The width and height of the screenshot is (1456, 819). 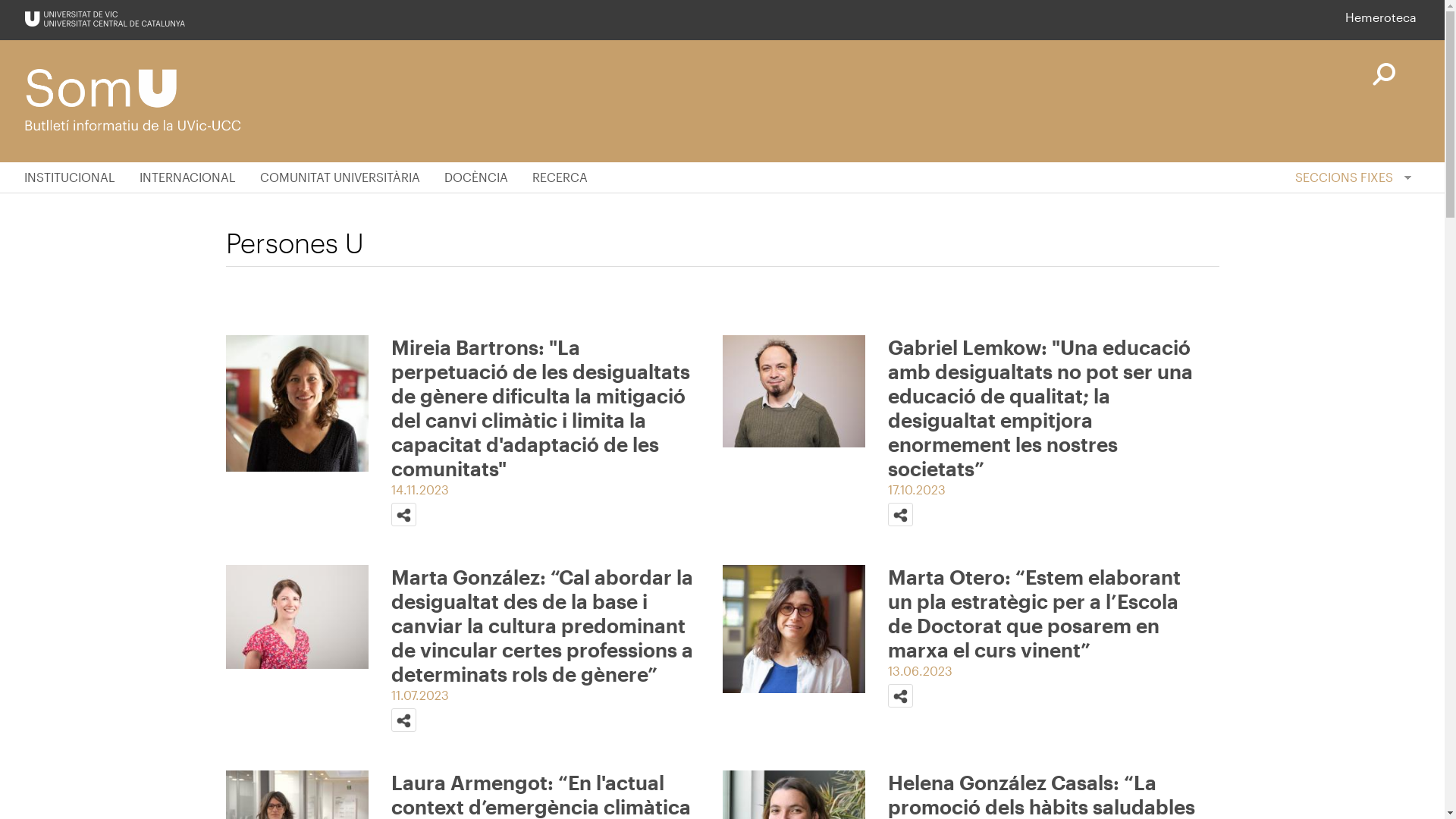 What do you see at coordinates (559, 177) in the screenshot?
I see `'RECERCA'` at bounding box center [559, 177].